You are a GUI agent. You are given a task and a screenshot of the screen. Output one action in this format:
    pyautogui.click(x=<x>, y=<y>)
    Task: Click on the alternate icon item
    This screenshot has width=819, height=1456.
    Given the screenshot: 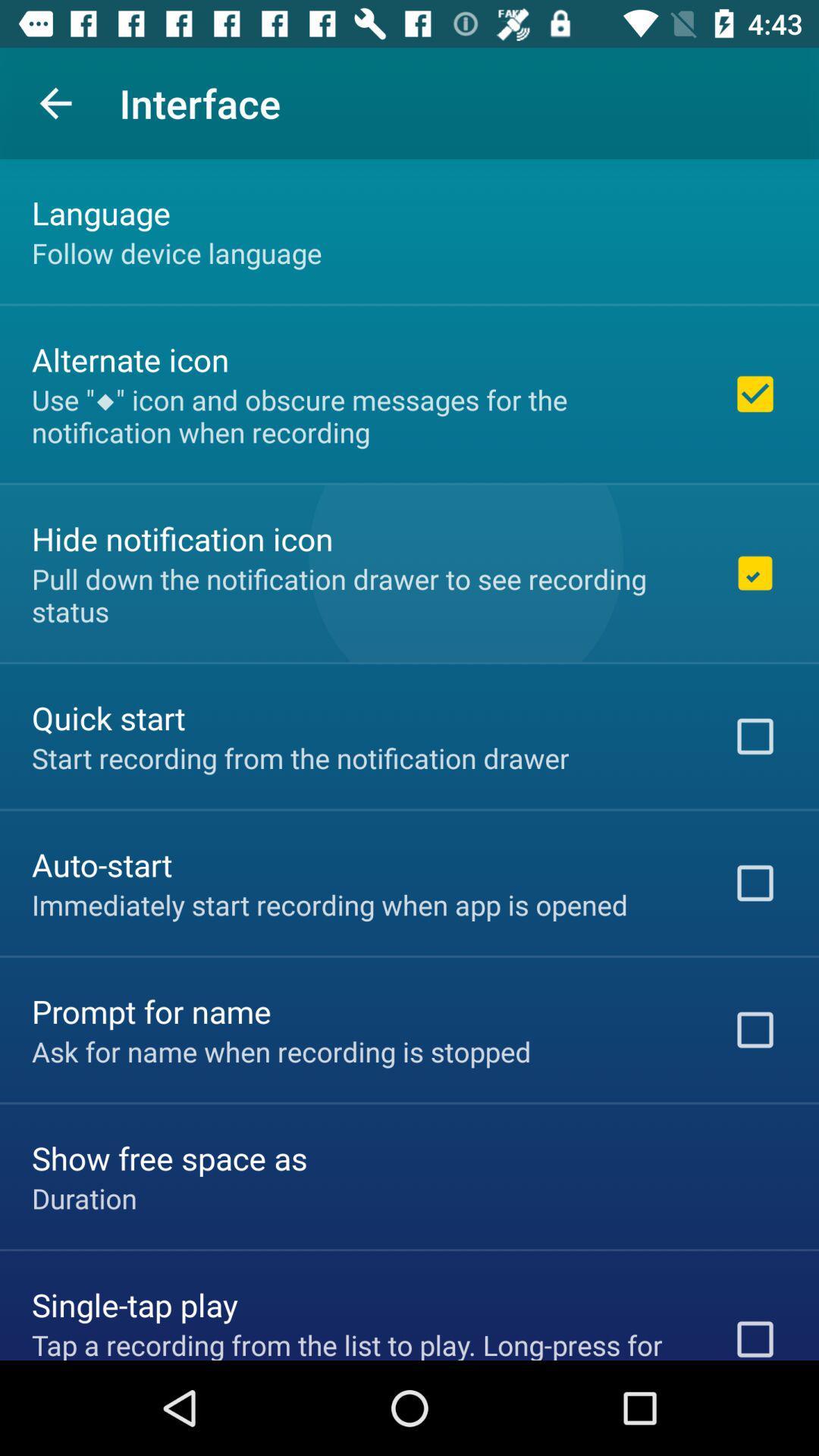 What is the action you would take?
    pyautogui.click(x=130, y=359)
    